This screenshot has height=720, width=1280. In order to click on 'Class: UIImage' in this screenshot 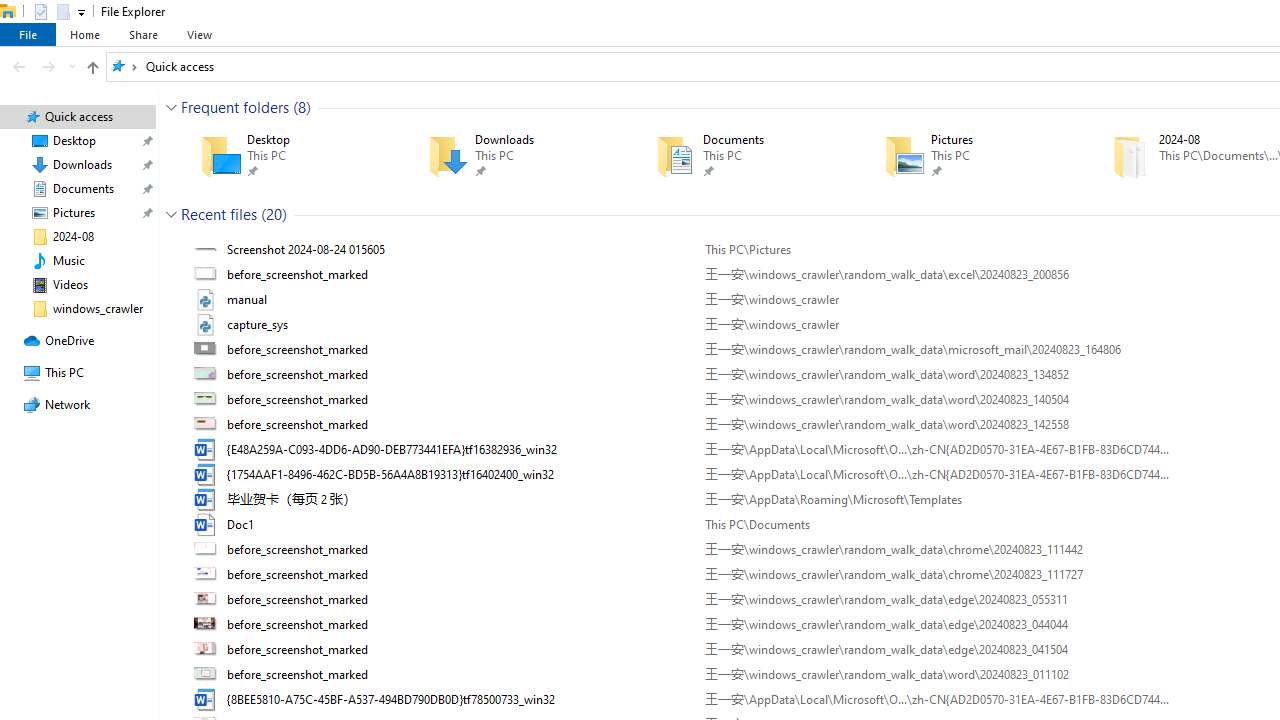, I will do `click(207, 698)`.